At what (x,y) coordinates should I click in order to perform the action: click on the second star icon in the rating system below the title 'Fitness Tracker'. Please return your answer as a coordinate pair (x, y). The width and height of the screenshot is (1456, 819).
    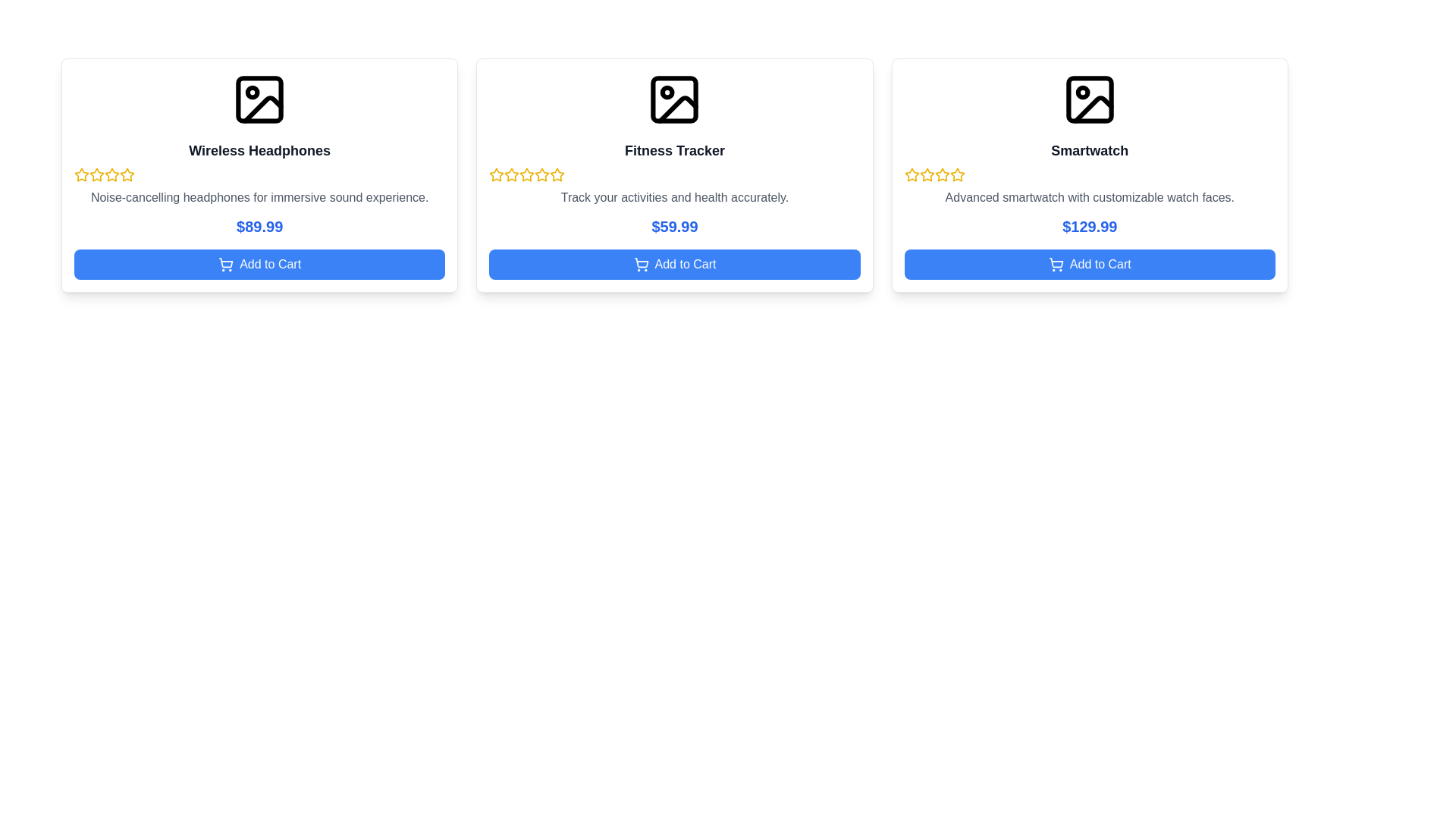
    Looking at the image, I should click on (512, 174).